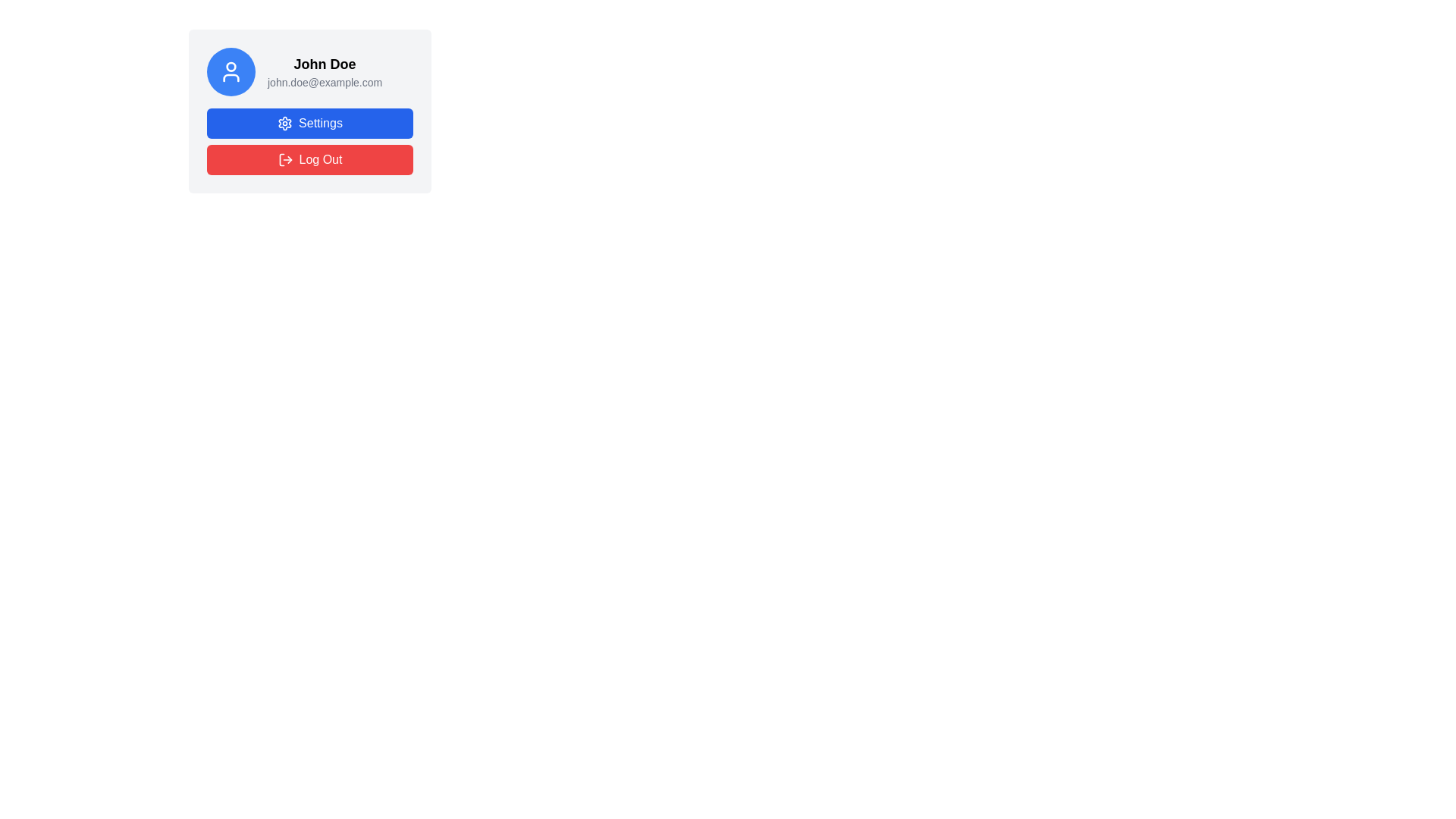  Describe the element at coordinates (324, 63) in the screenshot. I see `text label displaying 'John Doe' for user identification, which is prominently positioned above the email address in the user profile section` at that location.